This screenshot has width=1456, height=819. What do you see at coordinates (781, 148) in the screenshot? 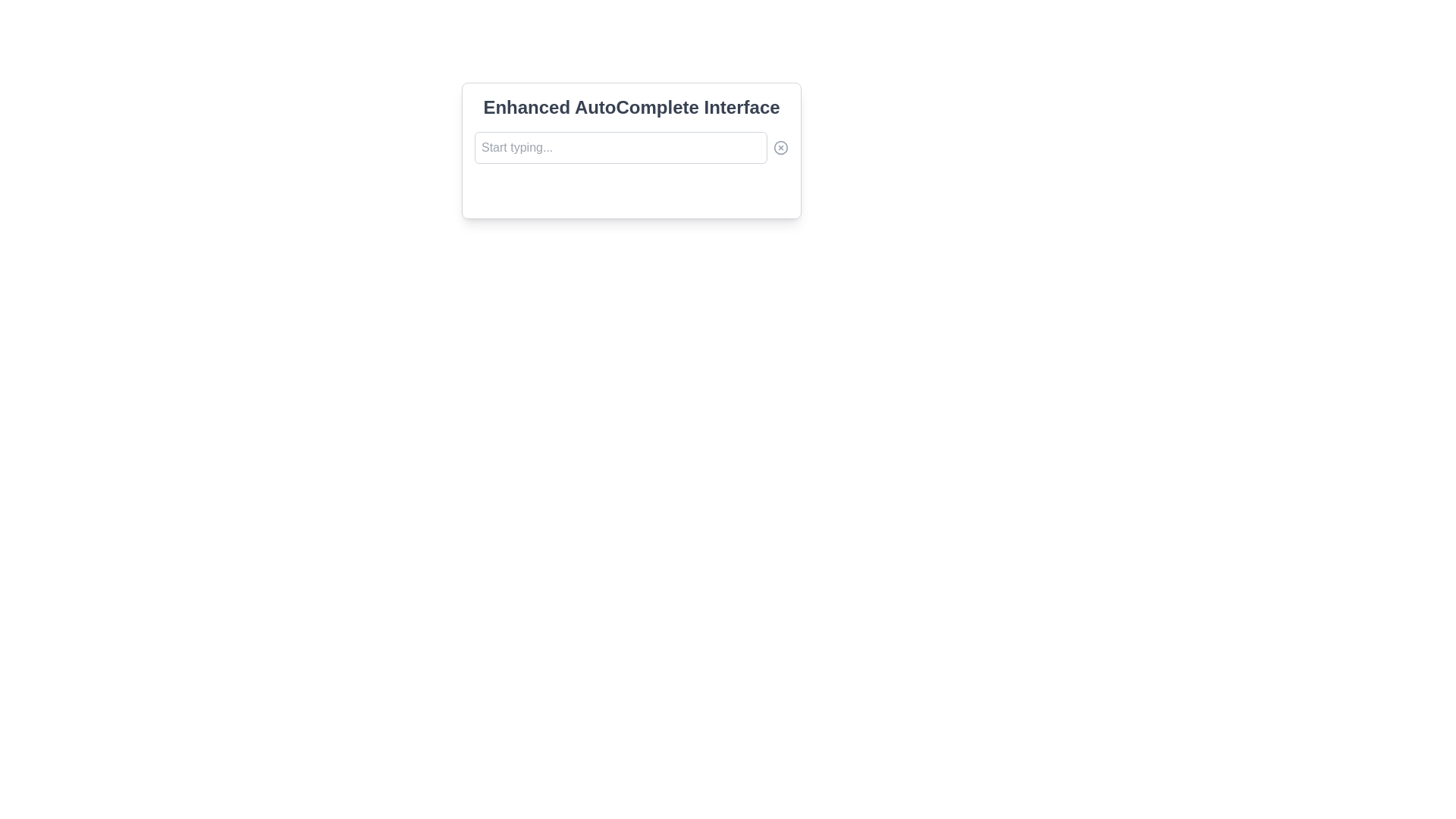
I see `the circular 'X' icon button, which is gray and located on the right side of the input field with the placeholder 'Start typing...'` at bounding box center [781, 148].